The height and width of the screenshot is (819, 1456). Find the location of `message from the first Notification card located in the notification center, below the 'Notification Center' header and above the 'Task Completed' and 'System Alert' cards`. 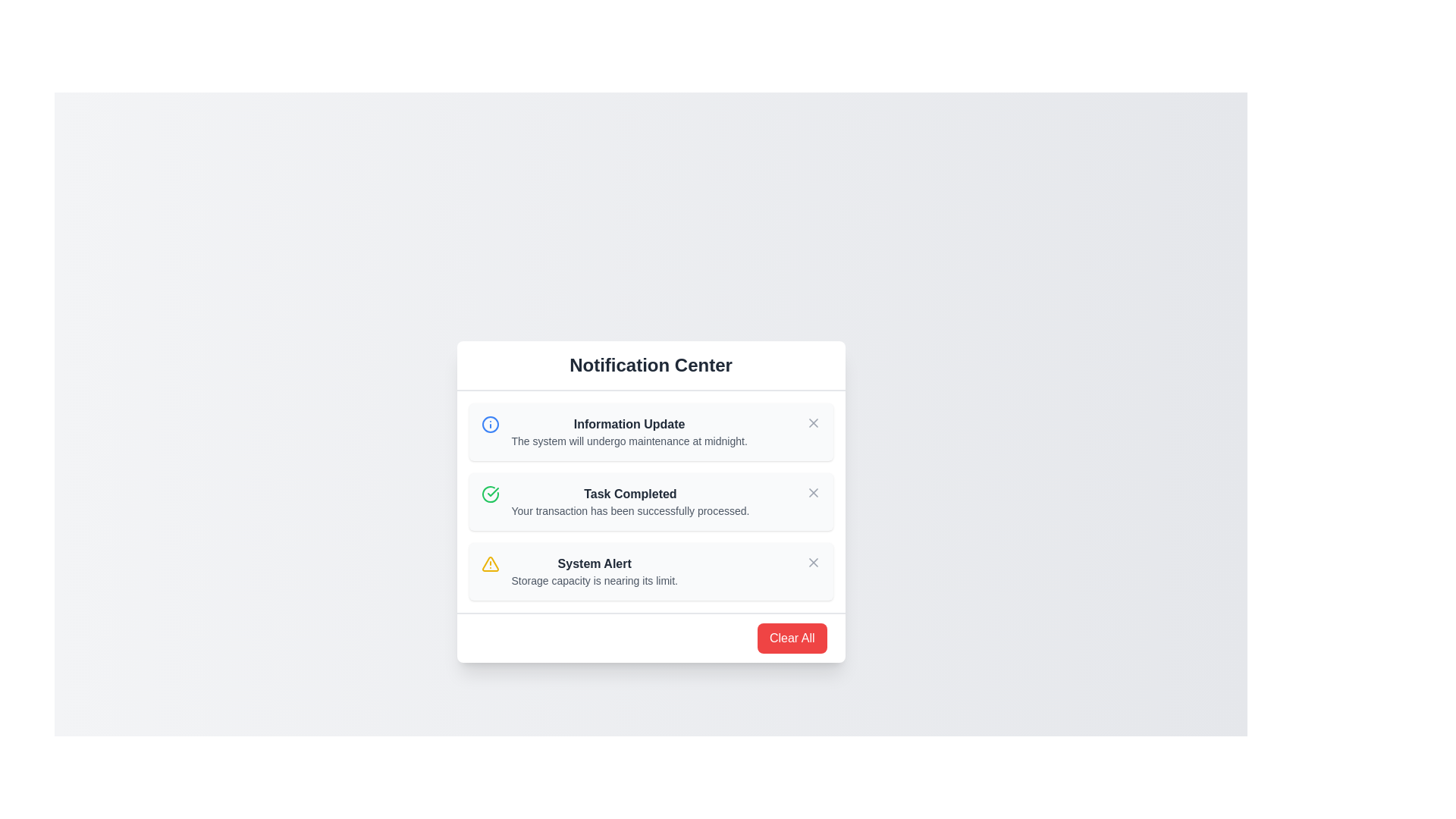

message from the first Notification card located in the notification center, below the 'Notification Center' header and above the 'Task Completed' and 'System Alert' cards is located at coordinates (651, 432).